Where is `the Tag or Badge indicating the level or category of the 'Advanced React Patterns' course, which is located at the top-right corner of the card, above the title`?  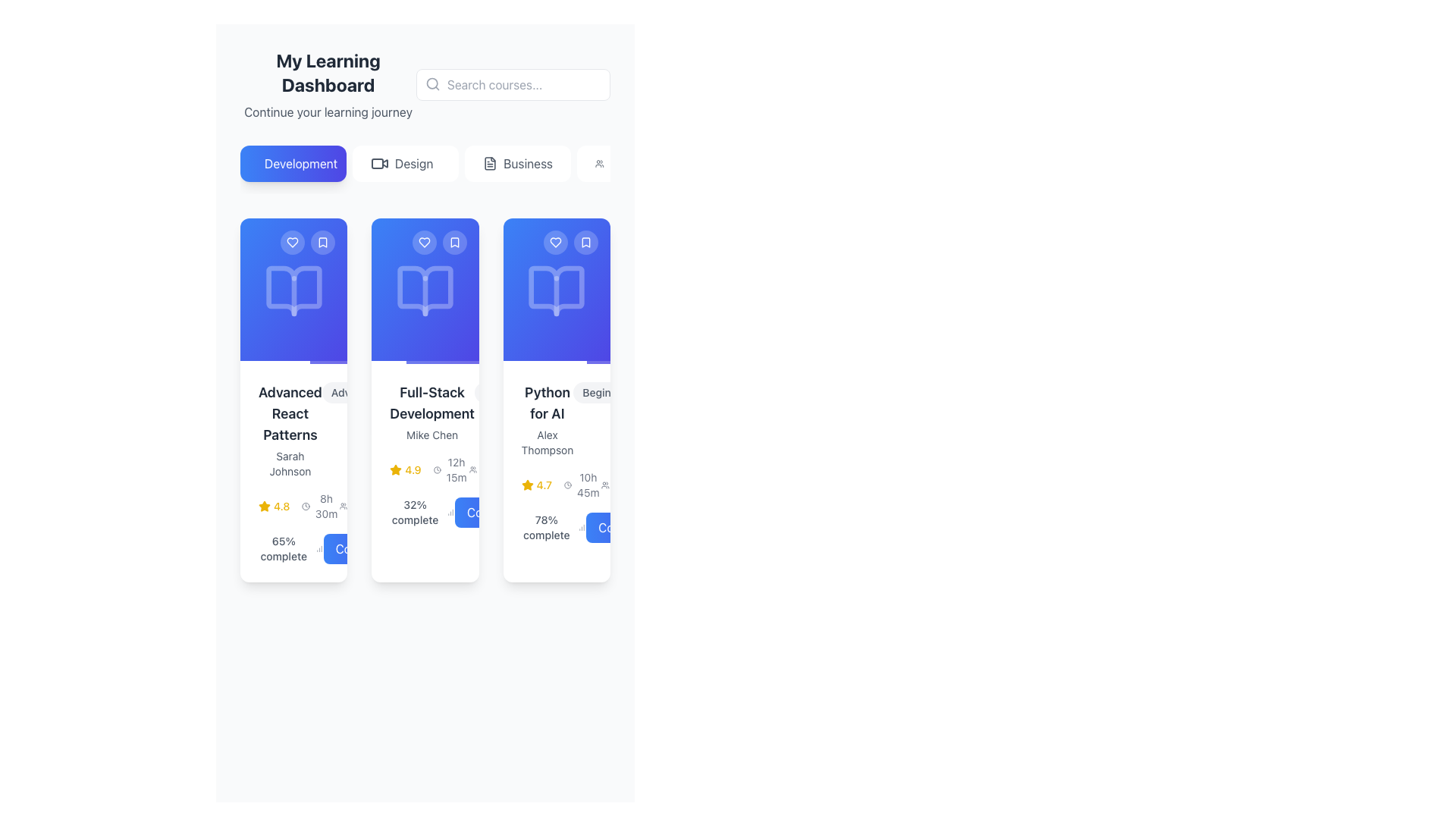
the Tag or Badge indicating the level or category of the 'Advanced React Patterns' course, which is located at the top-right corner of the card, above the title is located at coordinates (355, 391).